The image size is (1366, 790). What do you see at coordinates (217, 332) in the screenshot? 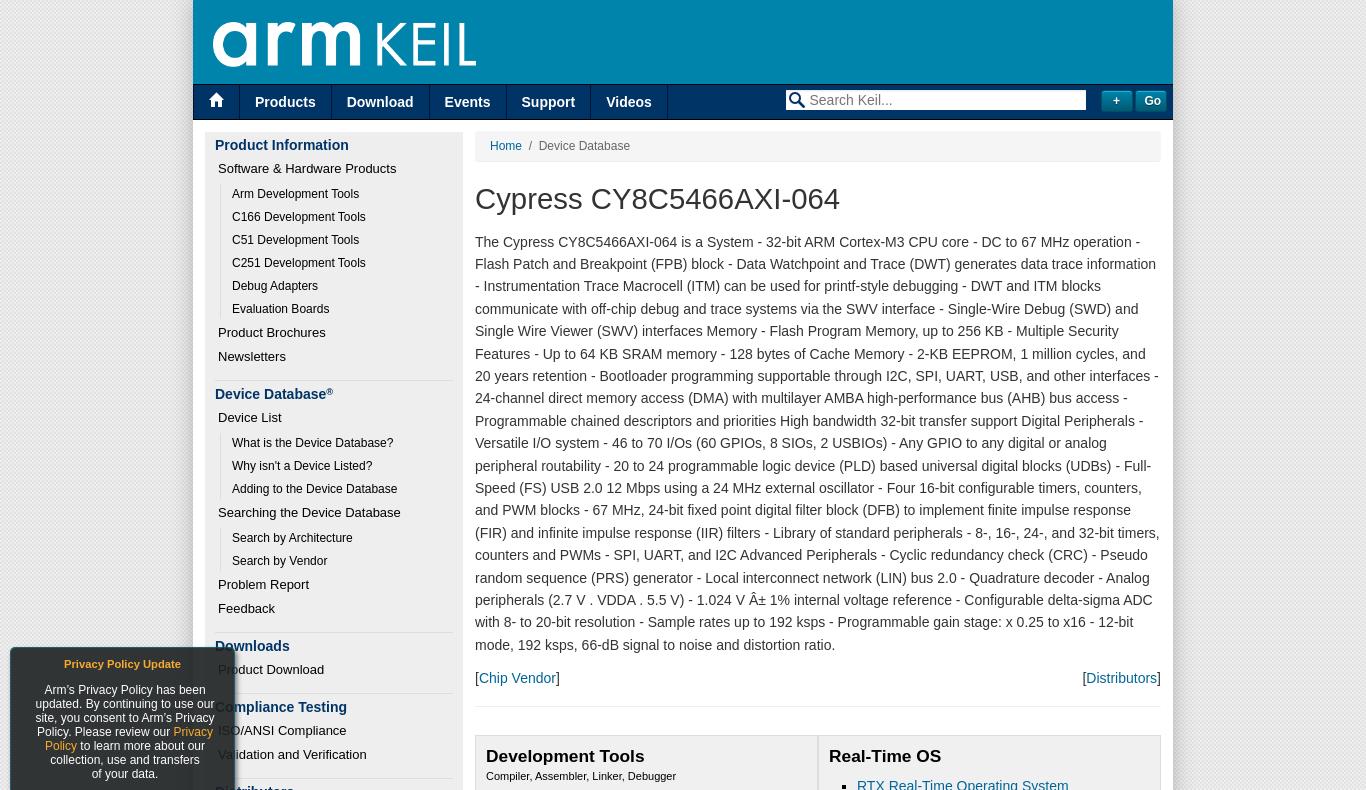
I see `'Product Brochures'` at bounding box center [217, 332].